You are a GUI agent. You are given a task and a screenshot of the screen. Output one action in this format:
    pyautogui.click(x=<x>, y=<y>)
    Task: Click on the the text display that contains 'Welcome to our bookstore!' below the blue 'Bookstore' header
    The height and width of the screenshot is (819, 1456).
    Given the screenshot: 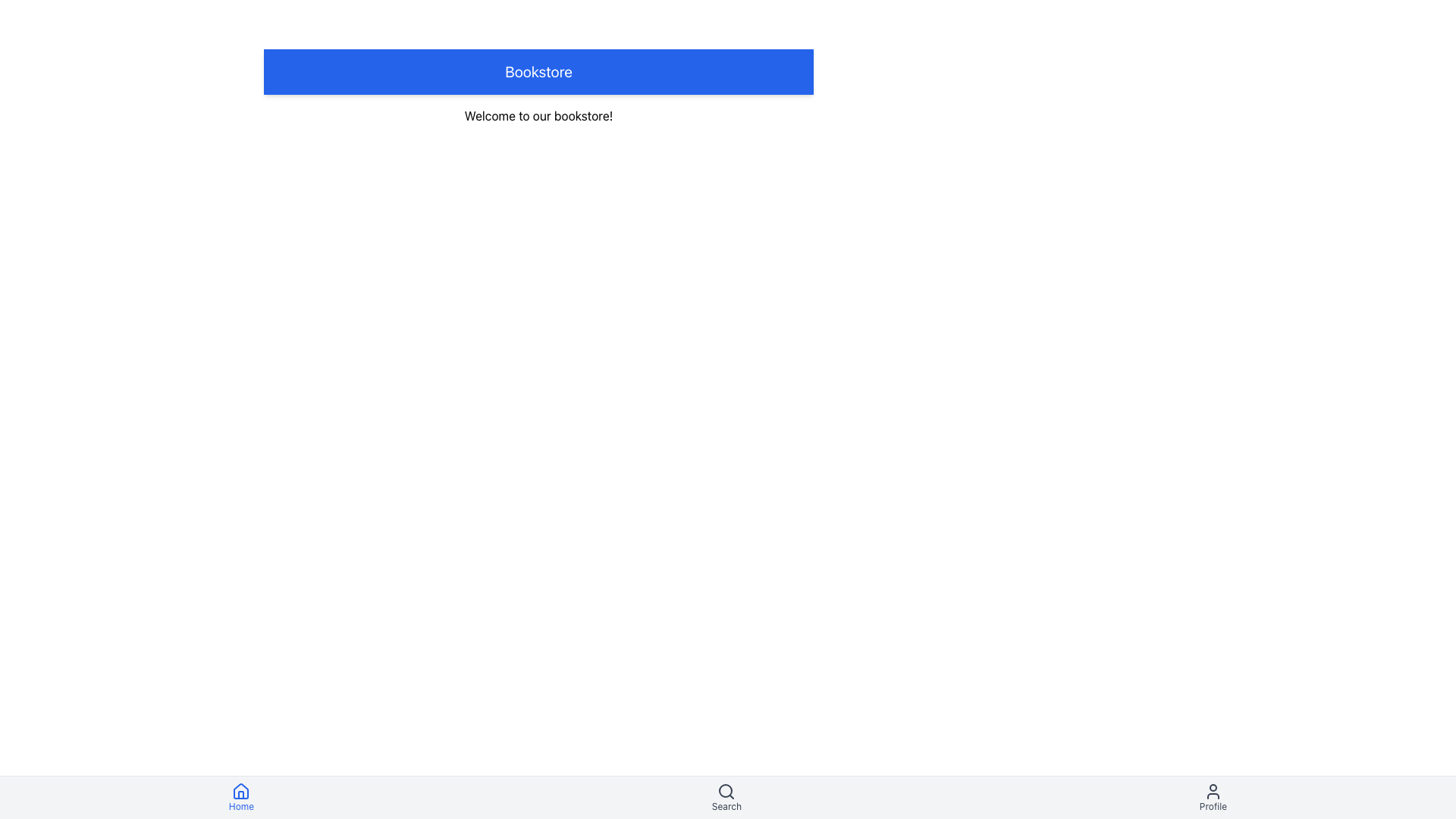 What is the action you would take?
    pyautogui.click(x=538, y=115)
    